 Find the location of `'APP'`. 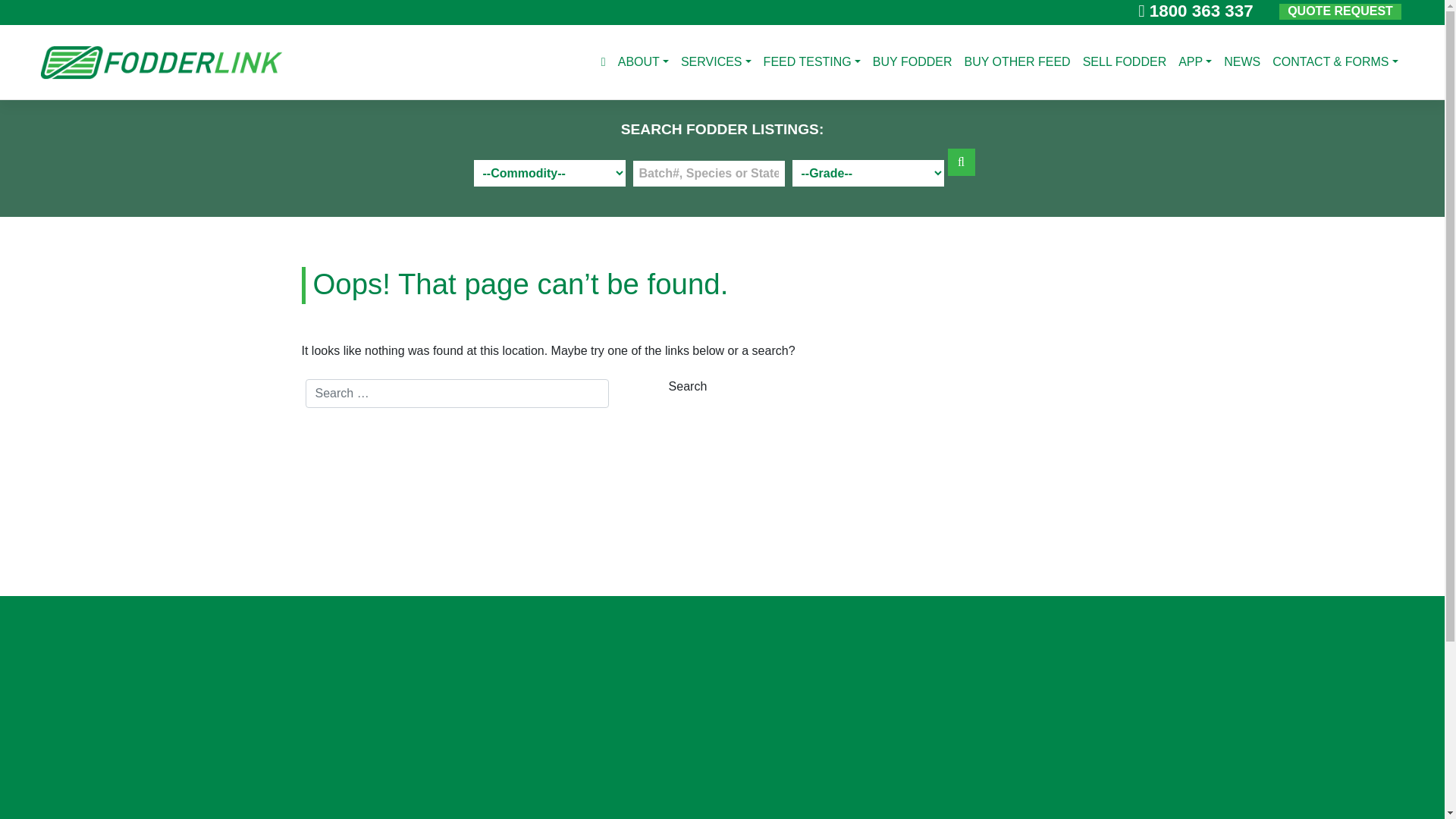

'APP' is located at coordinates (1194, 61).